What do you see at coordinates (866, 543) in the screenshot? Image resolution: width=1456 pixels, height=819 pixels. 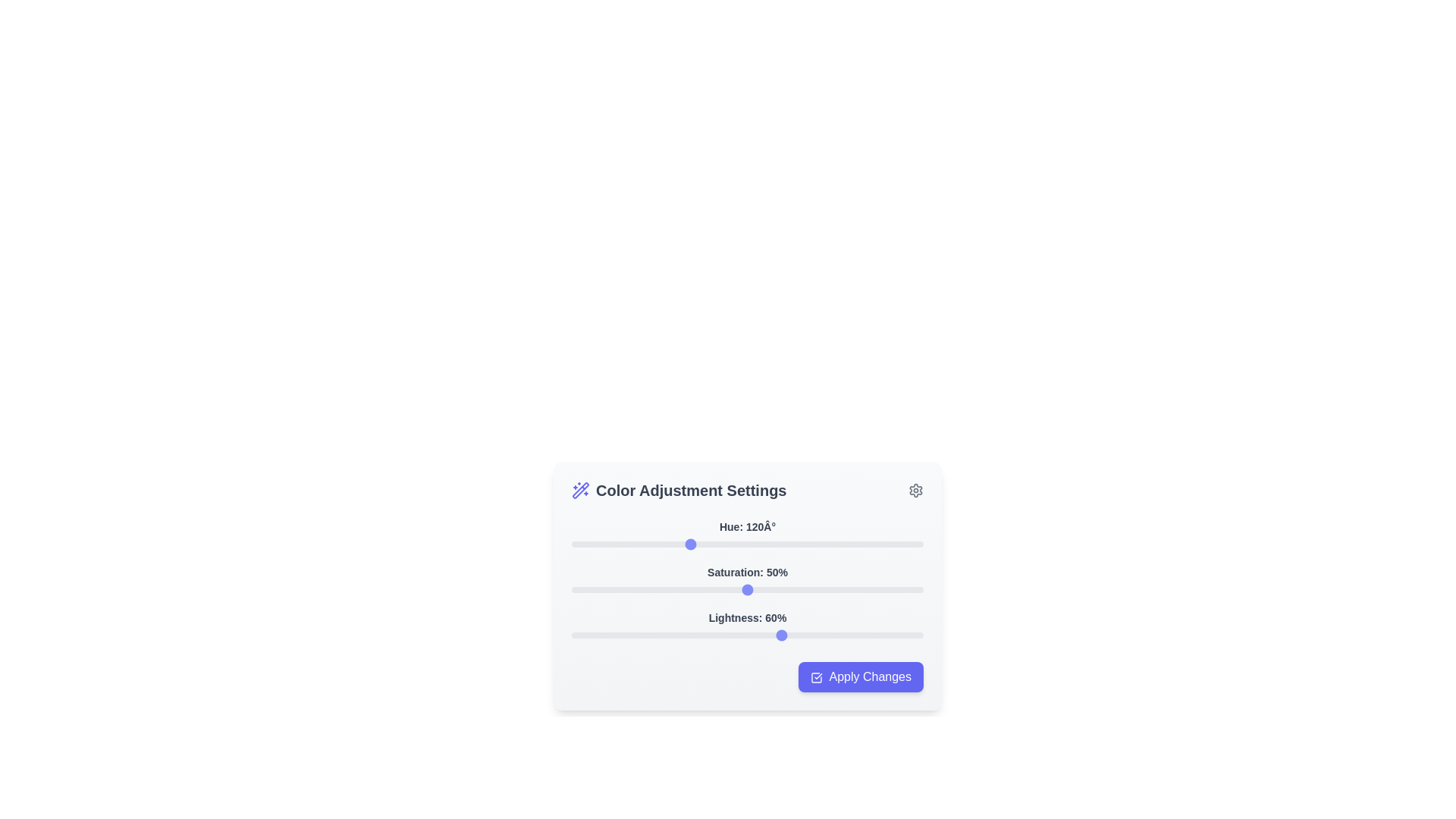 I see `hue` at bounding box center [866, 543].